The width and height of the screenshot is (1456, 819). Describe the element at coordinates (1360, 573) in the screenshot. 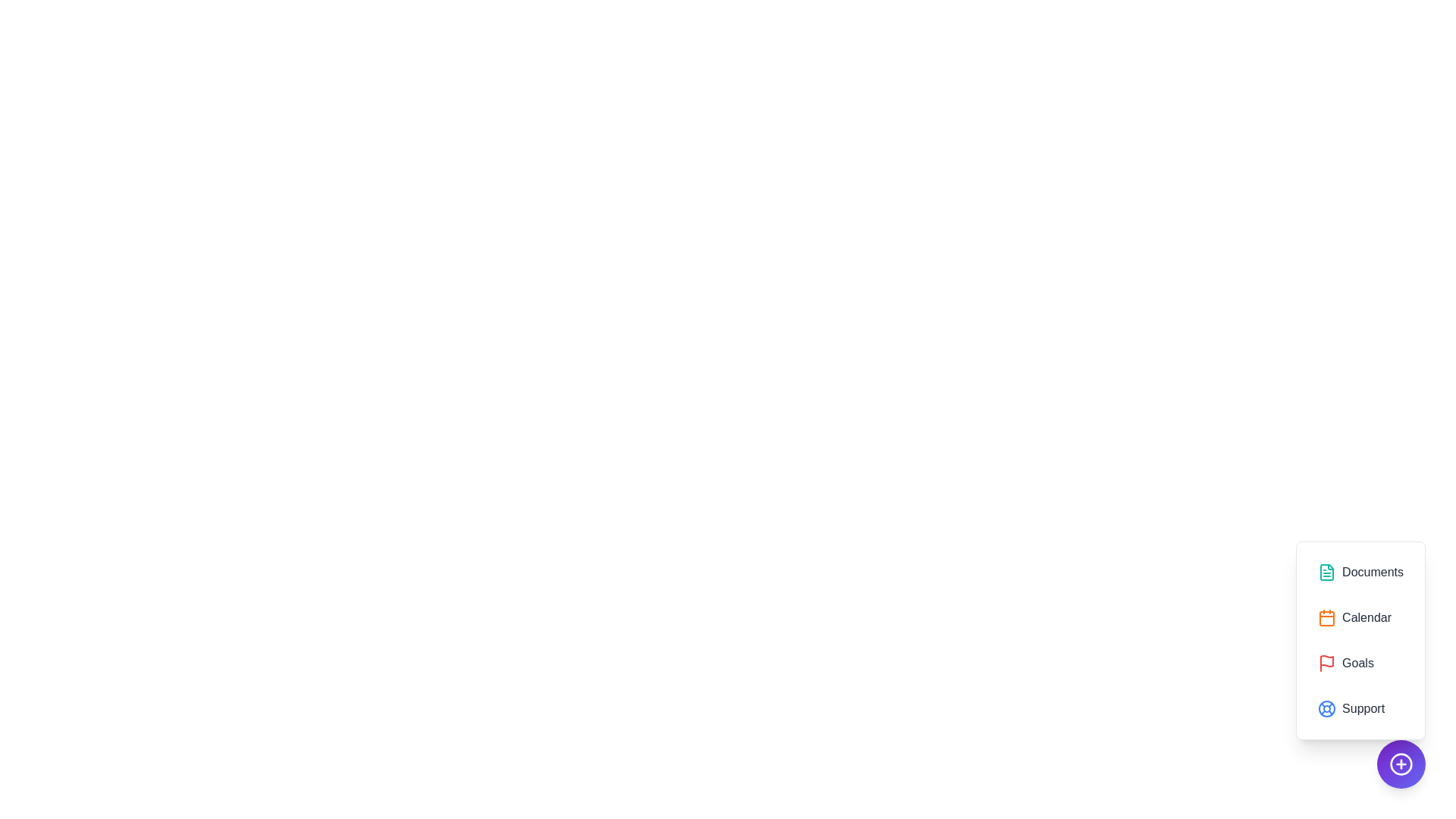

I see `the Documents icon to interact with it` at that location.